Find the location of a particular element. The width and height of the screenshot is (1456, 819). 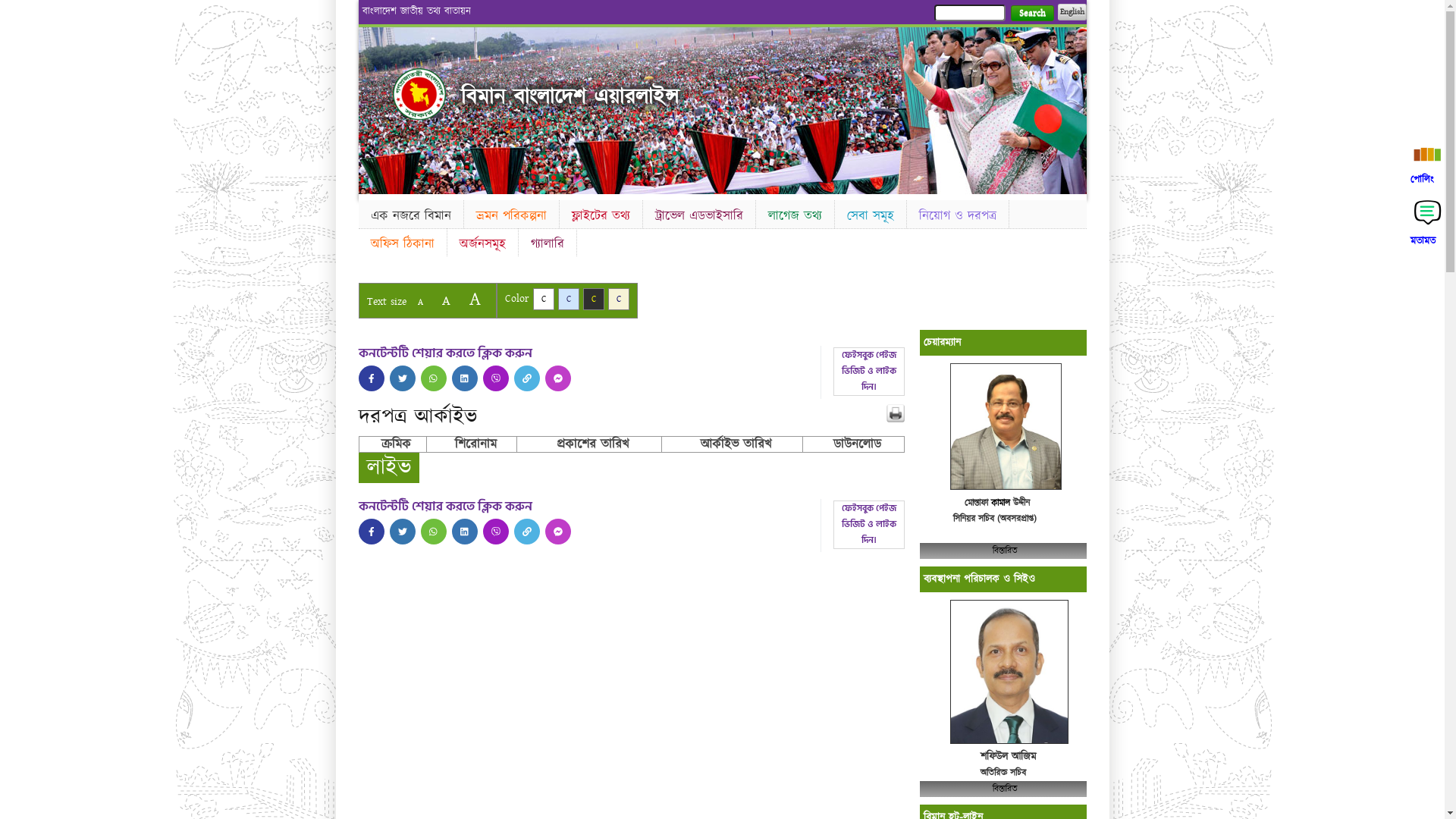

'Search' is located at coordinates (1031, 13).